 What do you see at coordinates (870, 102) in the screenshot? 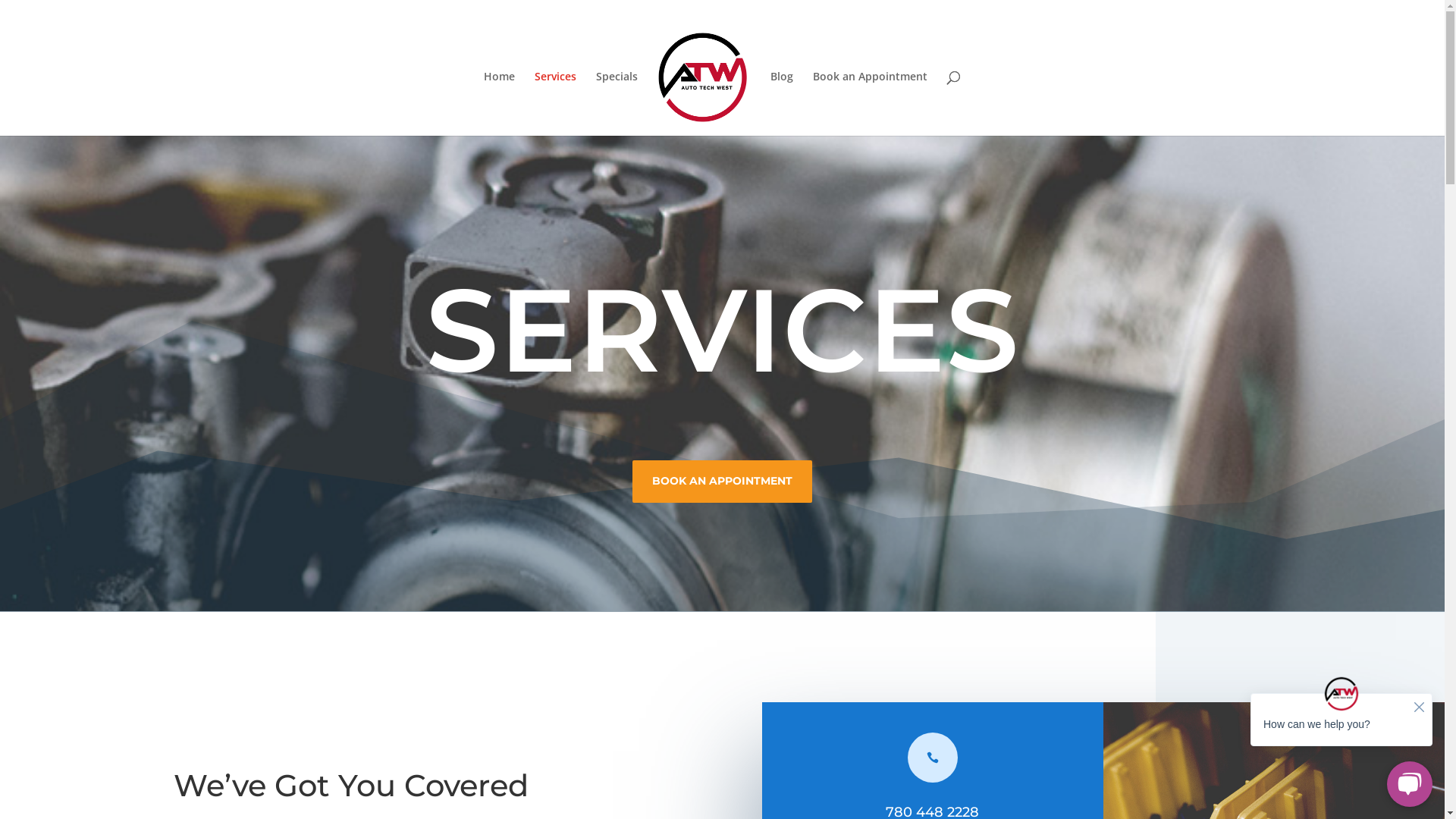
I see `'Book an Appointment'` at bounding box center [870, 102].